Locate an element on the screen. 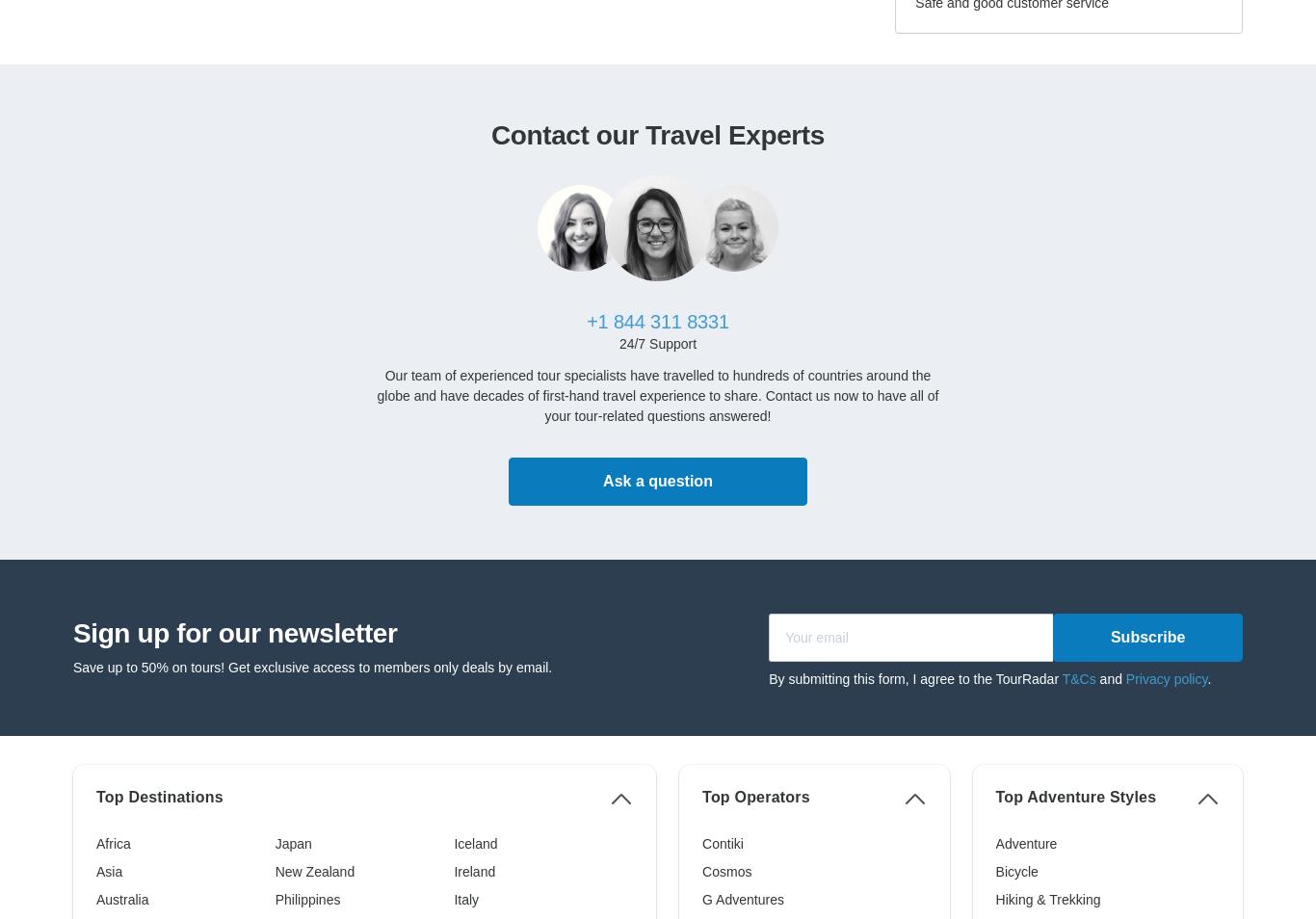 Image resolution: width=1316 pixels, height=919 pixels. 'By submitting this form, I agree to the TourRadar' is located at coordinates (915, 676).